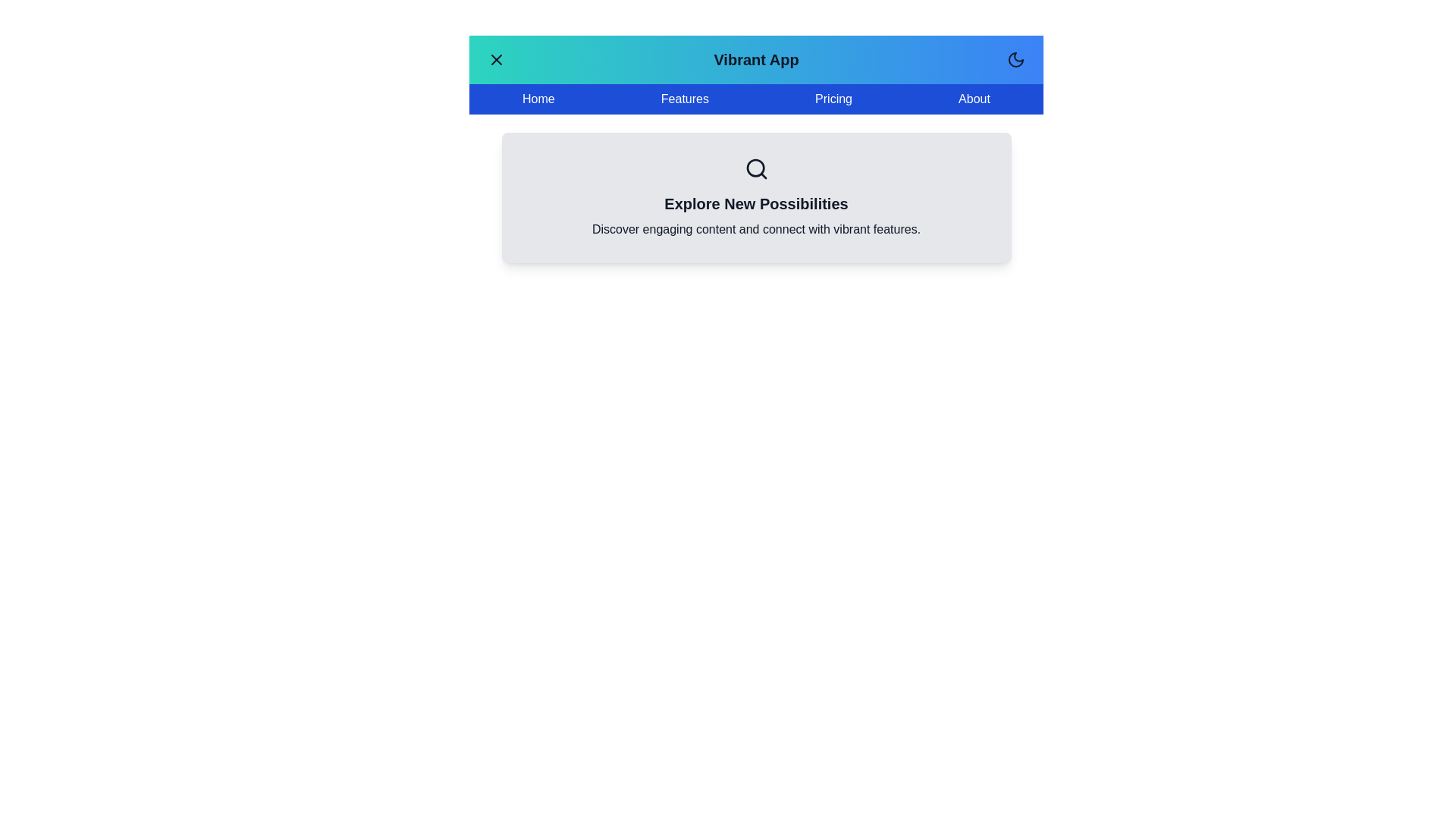  I want to click on the search icon to initiate a search action, so click(756, 169).